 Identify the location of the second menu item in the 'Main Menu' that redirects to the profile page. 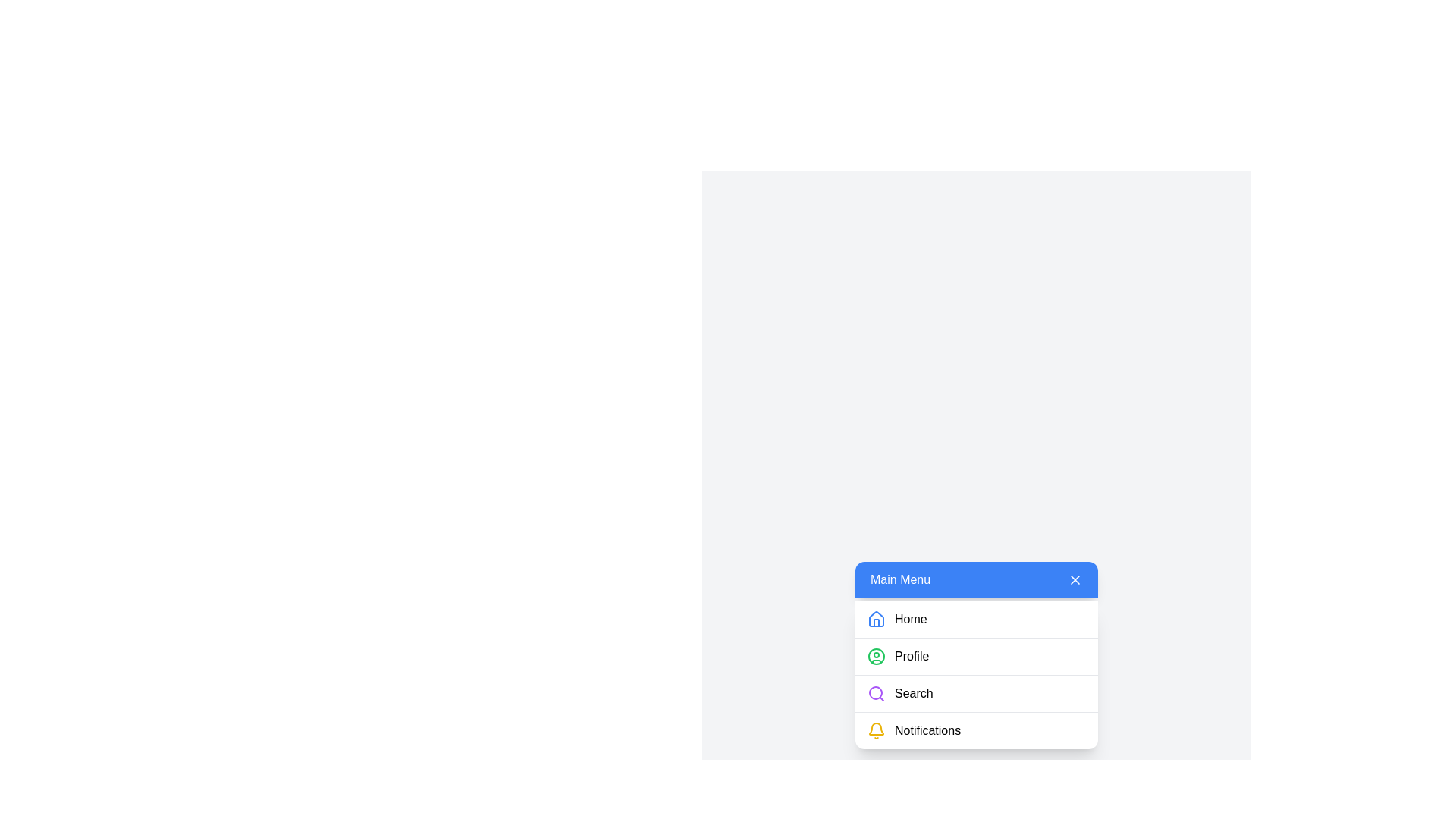
(976, 654).